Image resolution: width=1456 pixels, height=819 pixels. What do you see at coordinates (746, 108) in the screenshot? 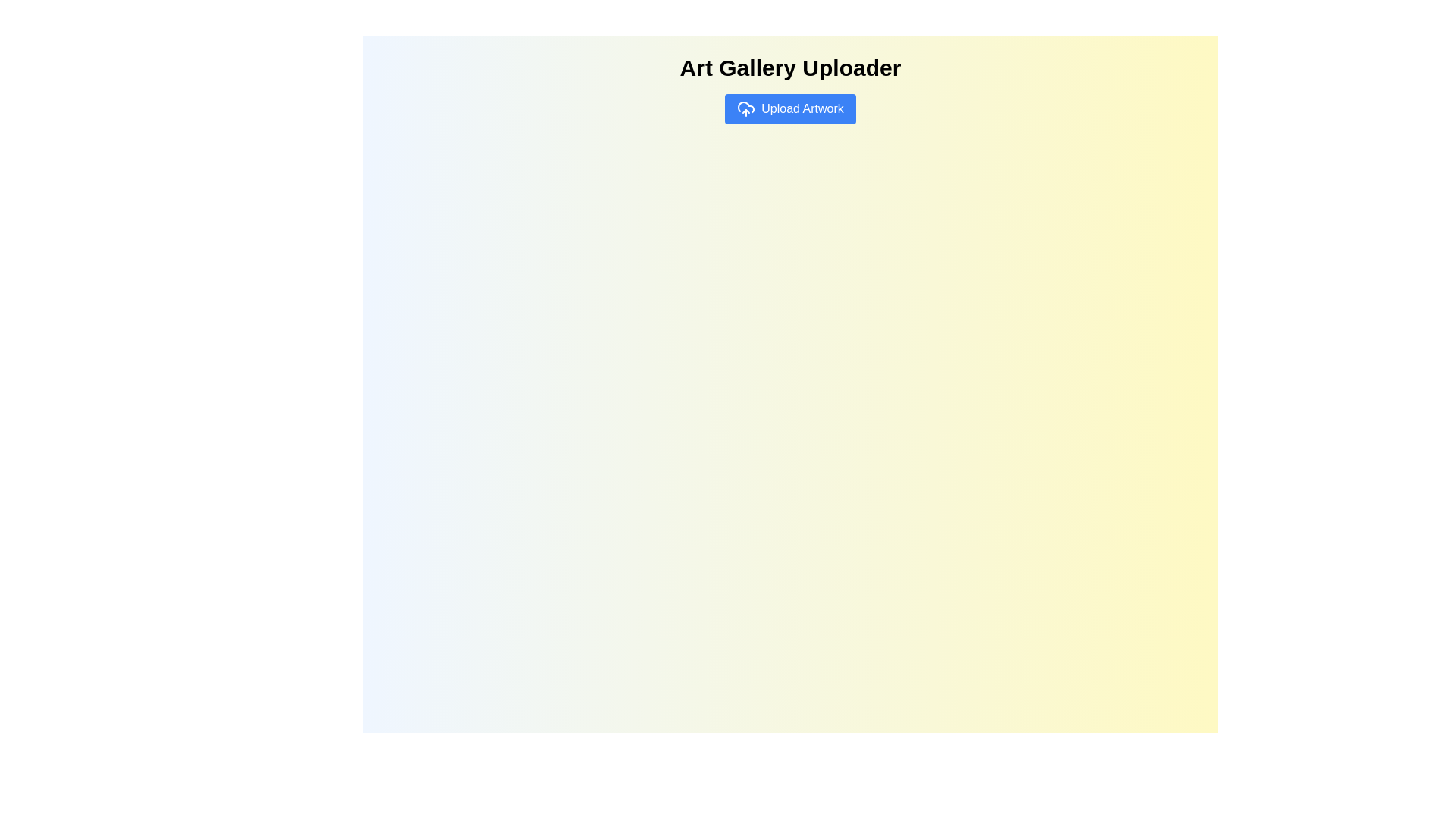
I see `the 'Upload Artwork' button that contains the upload SVG icon, which is aligned to the left of the button's text` at bounding box center [746, 108].